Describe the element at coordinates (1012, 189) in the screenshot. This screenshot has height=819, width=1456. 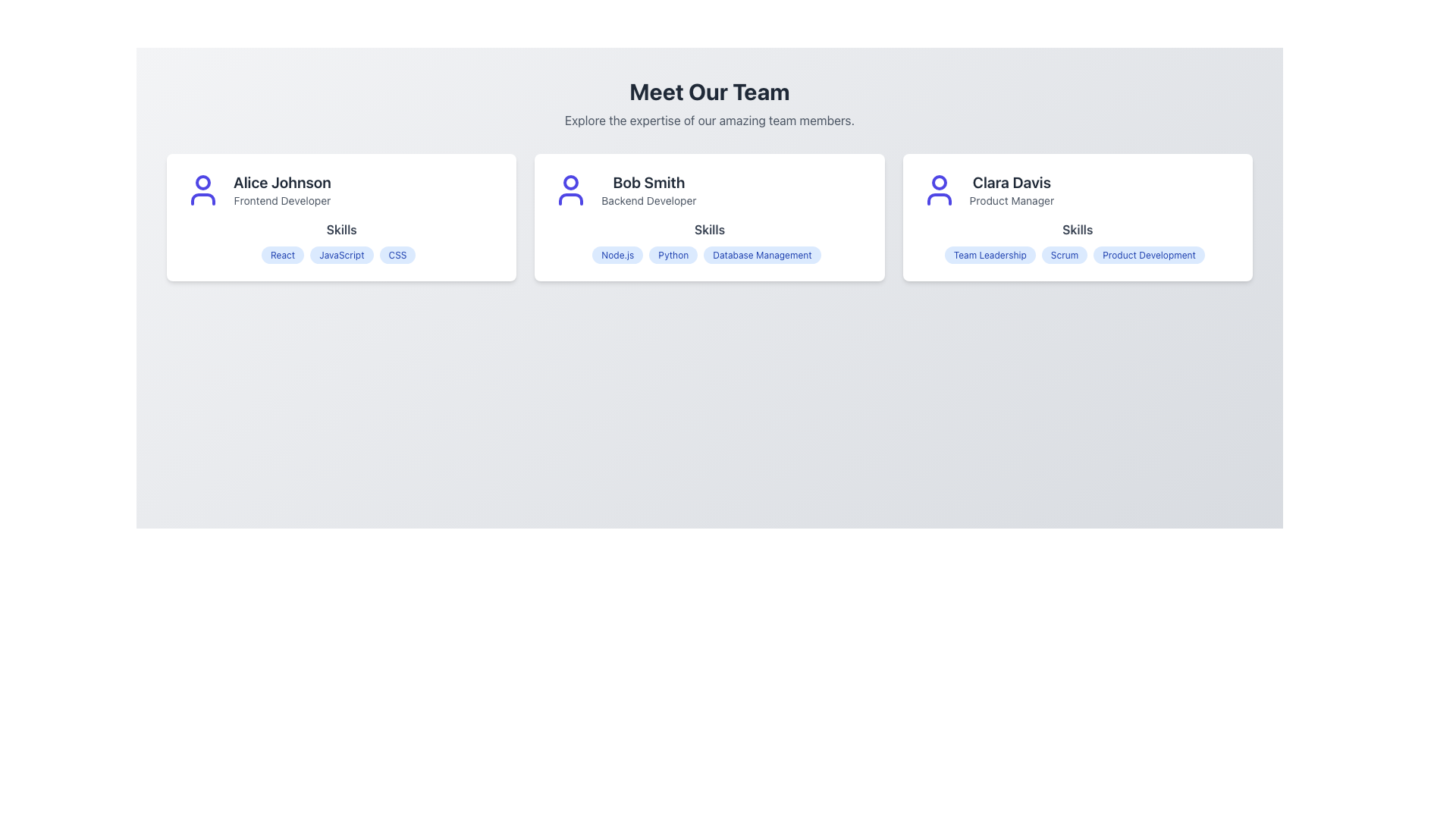
I see `the Text Display element showing 'Clara Davis' and 'Product Manager', which is located in the third card of the team profiles` at that location.